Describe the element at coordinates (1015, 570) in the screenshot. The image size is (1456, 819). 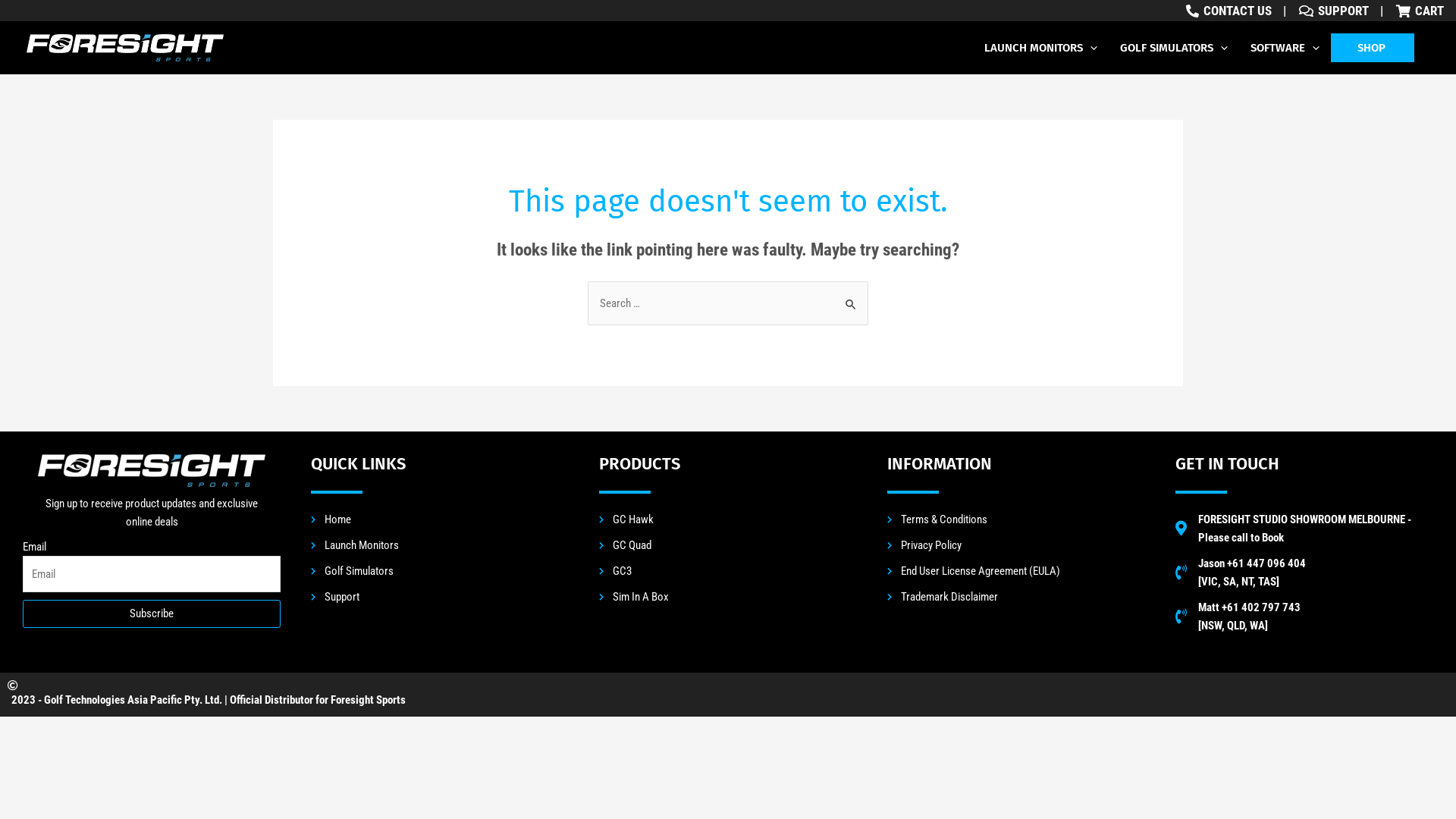
I see `'End User License Agreement (EULA)'` at that location.